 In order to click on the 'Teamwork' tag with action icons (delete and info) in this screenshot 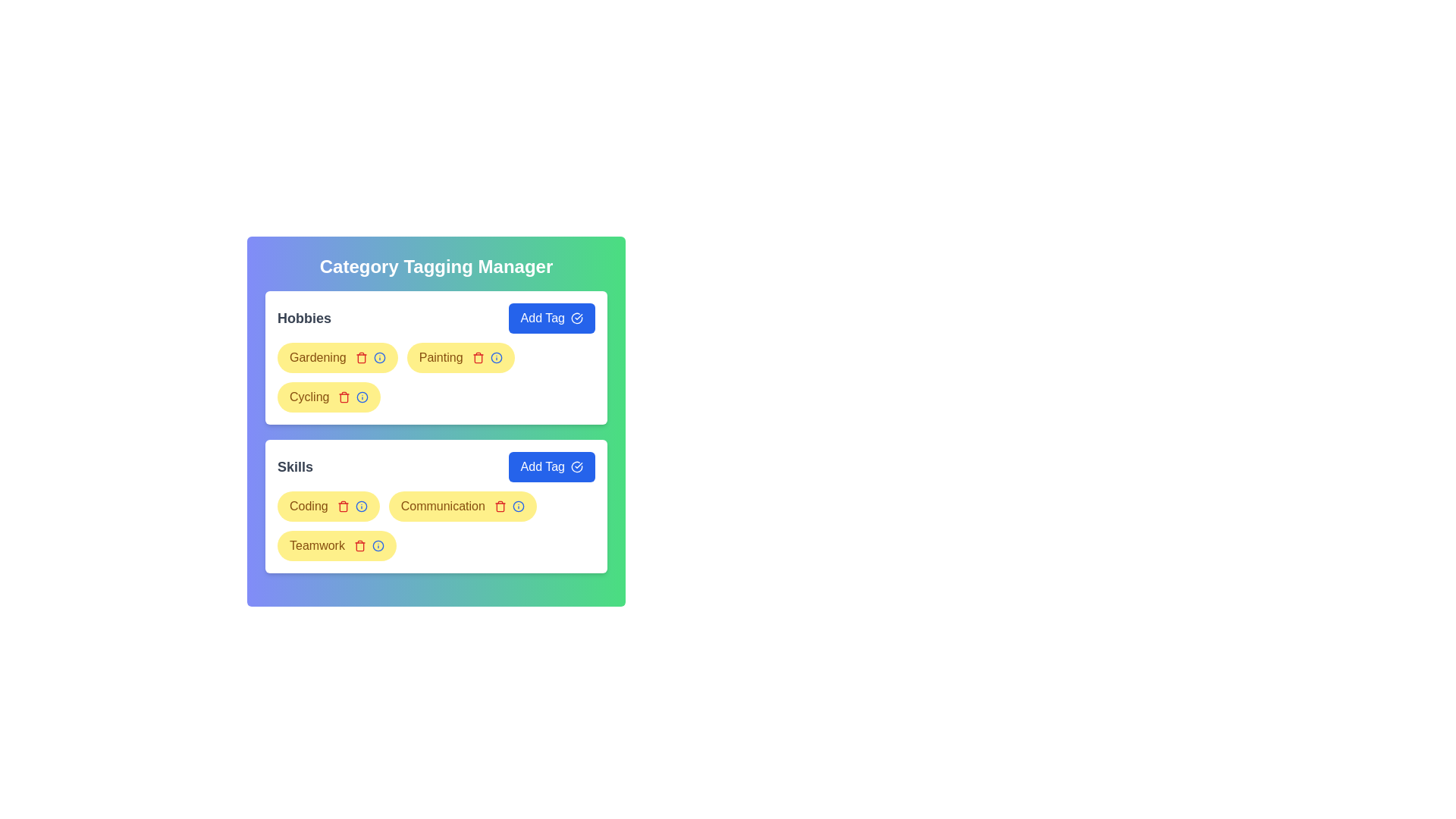, I will do `click(336, 546)`.